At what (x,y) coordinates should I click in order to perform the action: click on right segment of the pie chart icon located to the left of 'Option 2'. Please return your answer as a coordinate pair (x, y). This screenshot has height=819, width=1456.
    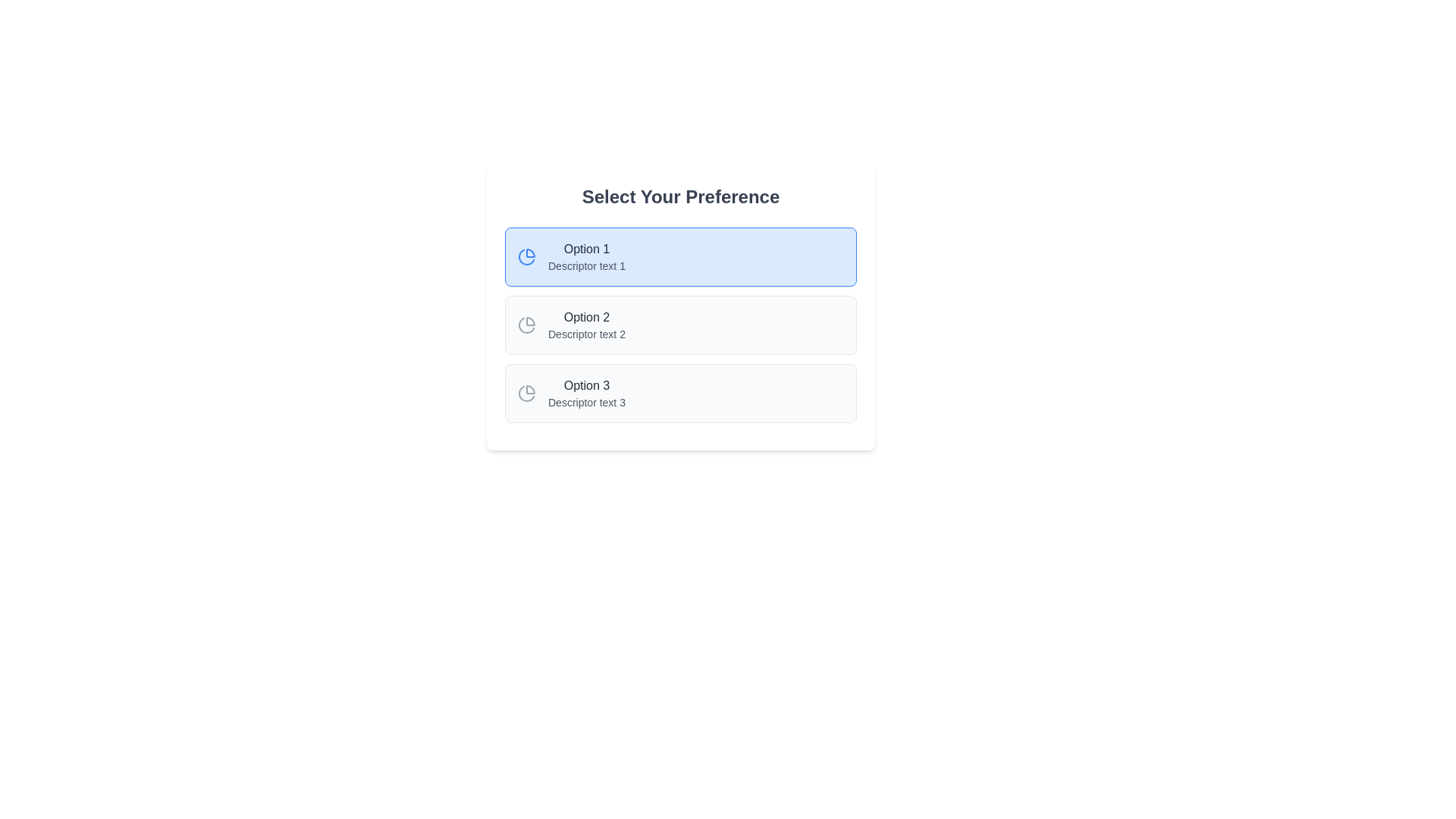
    Looking at the image, I should click on (526, 325).